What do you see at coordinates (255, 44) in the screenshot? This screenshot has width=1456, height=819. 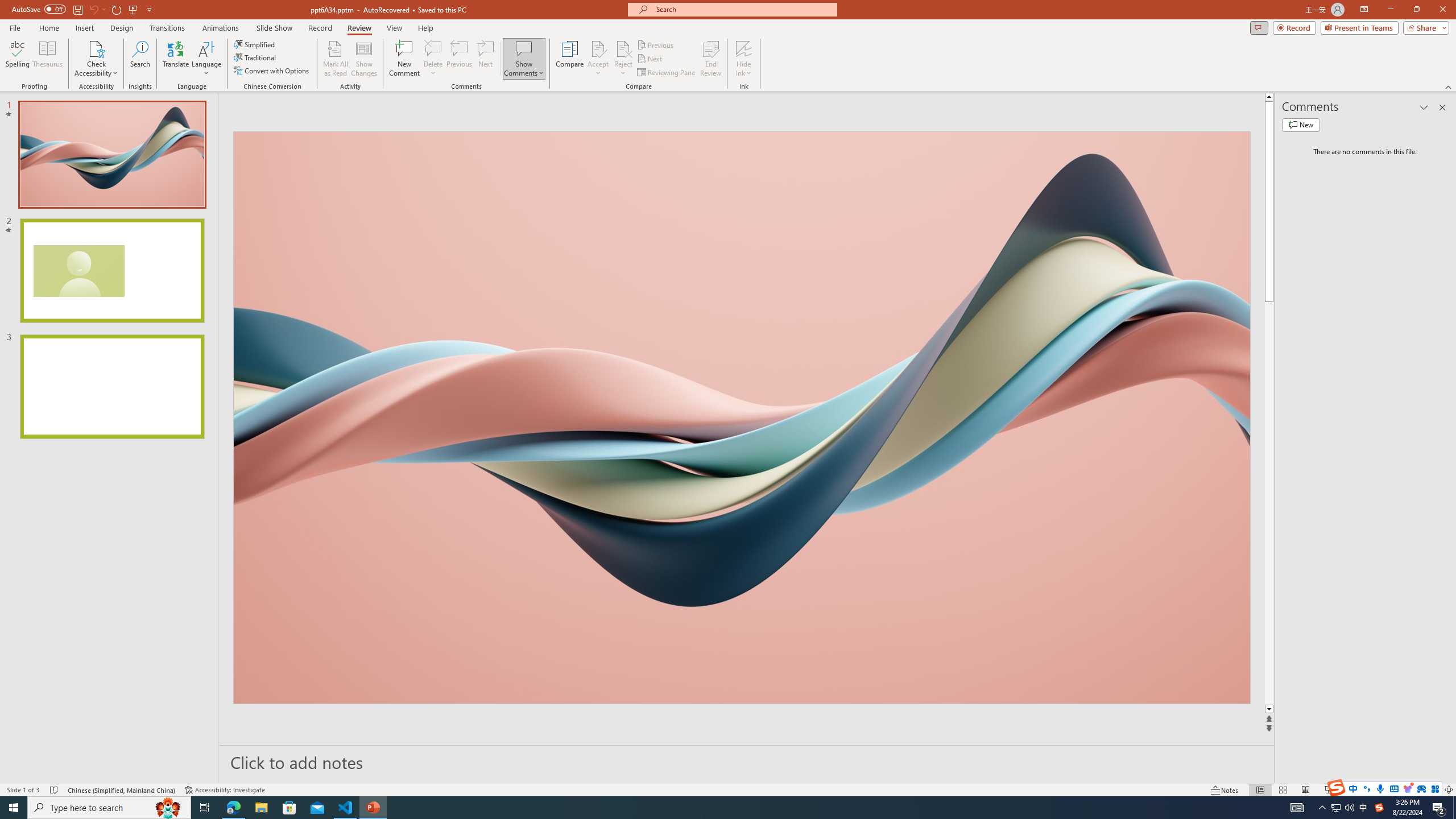 I see `'Simplified'` at bounding box center [255, 44].